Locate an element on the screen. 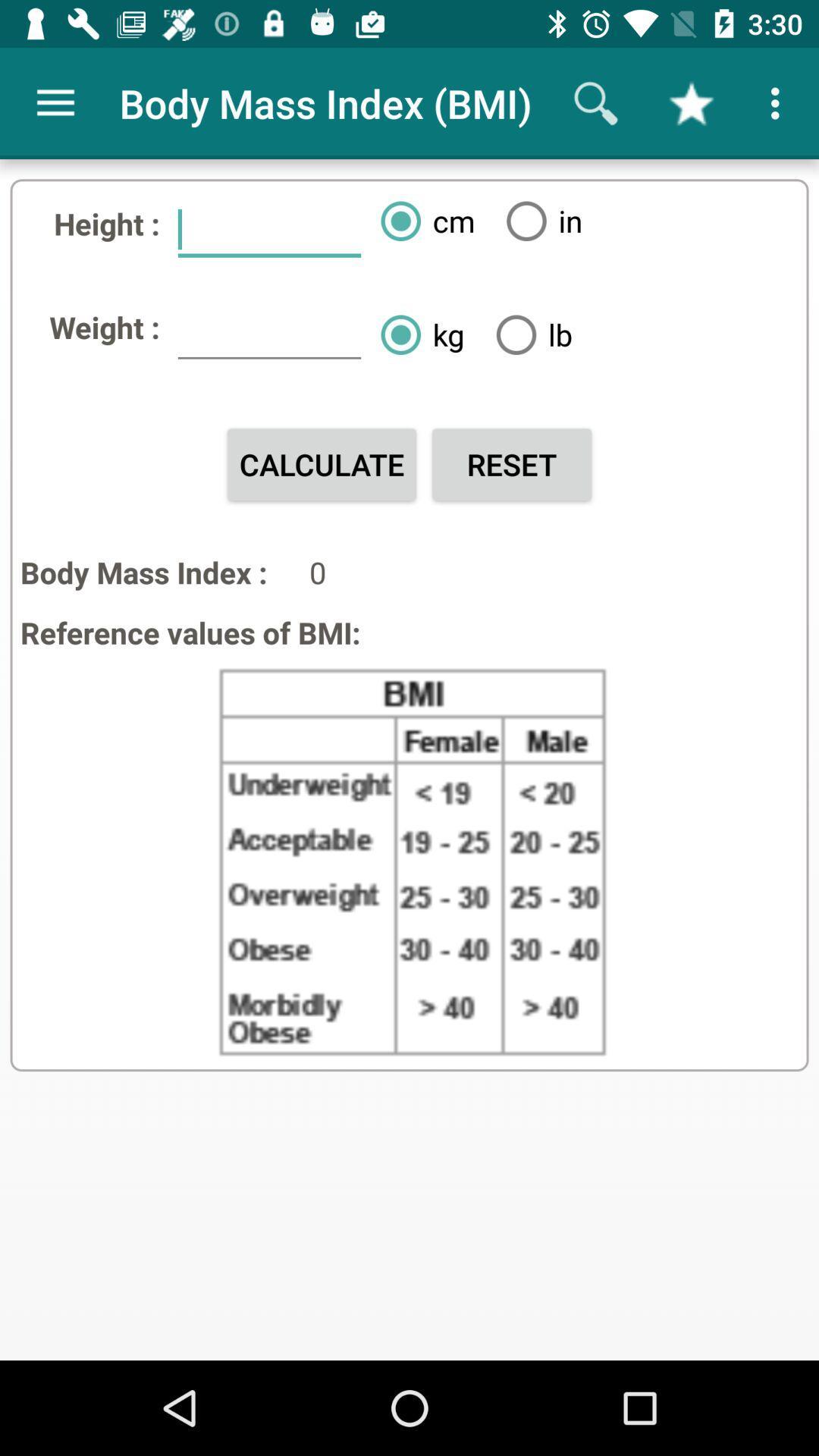  app to the left of the body mass index app is located at coordinates (55, 102).